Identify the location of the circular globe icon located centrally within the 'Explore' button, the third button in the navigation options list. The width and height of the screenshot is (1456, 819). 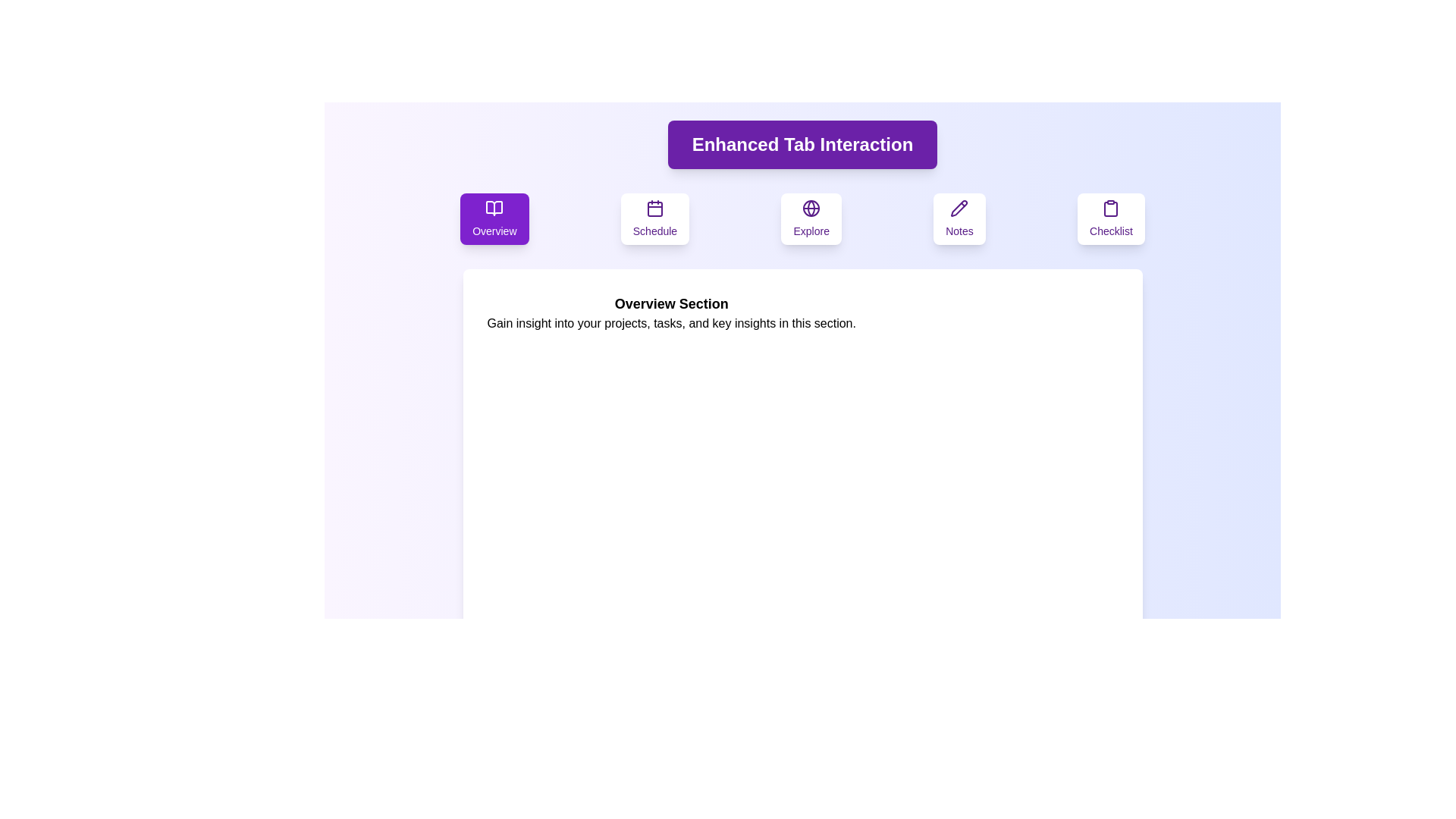
(811, 208).